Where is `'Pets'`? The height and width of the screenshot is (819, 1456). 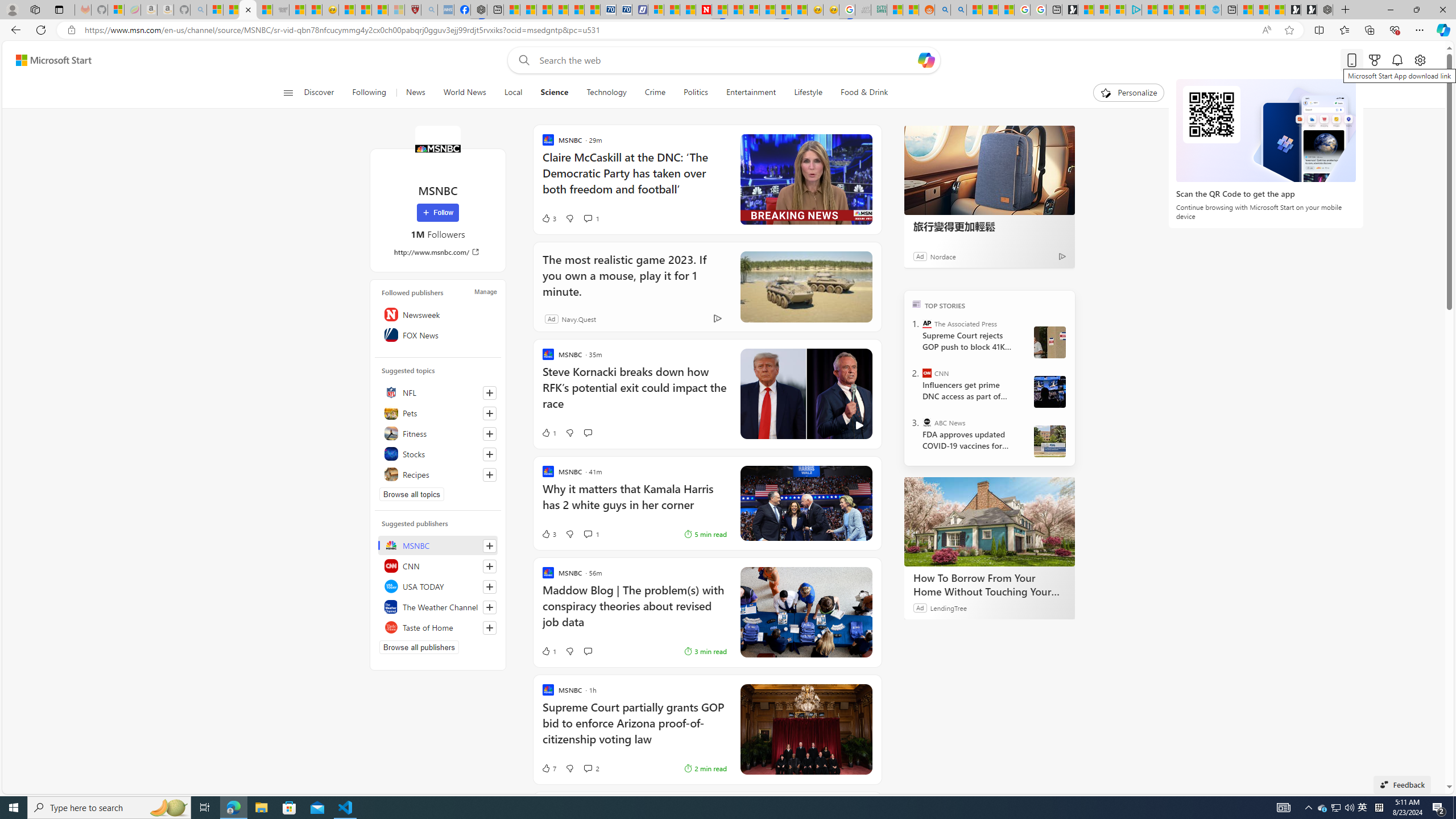 'Pets' is located at coordinates (438, 412).